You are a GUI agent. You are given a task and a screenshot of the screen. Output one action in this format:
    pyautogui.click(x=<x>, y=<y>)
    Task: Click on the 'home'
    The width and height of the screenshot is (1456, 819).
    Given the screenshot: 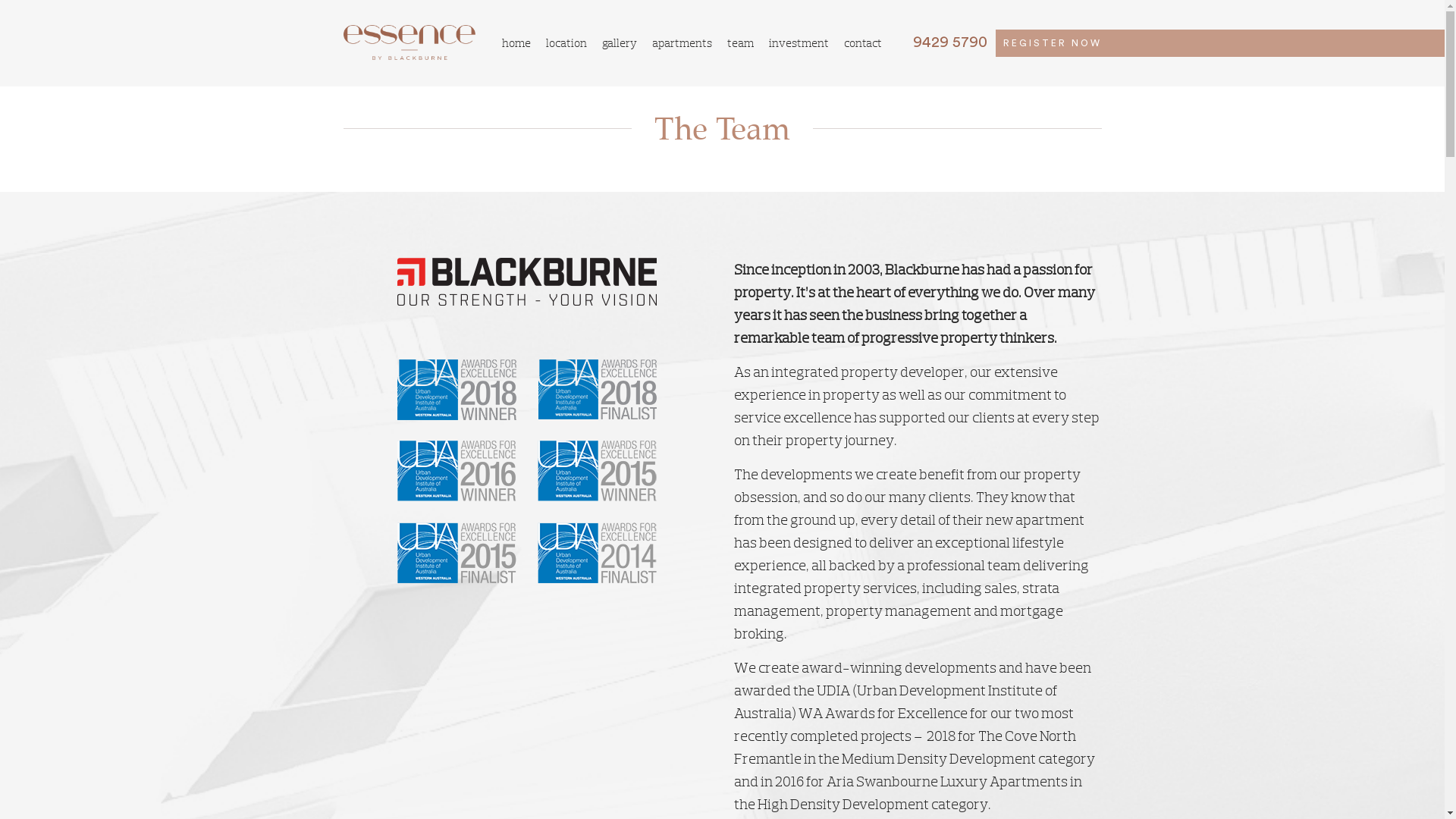 What is the action you would take?
    pyautogui.click(x=516, y=42)
    